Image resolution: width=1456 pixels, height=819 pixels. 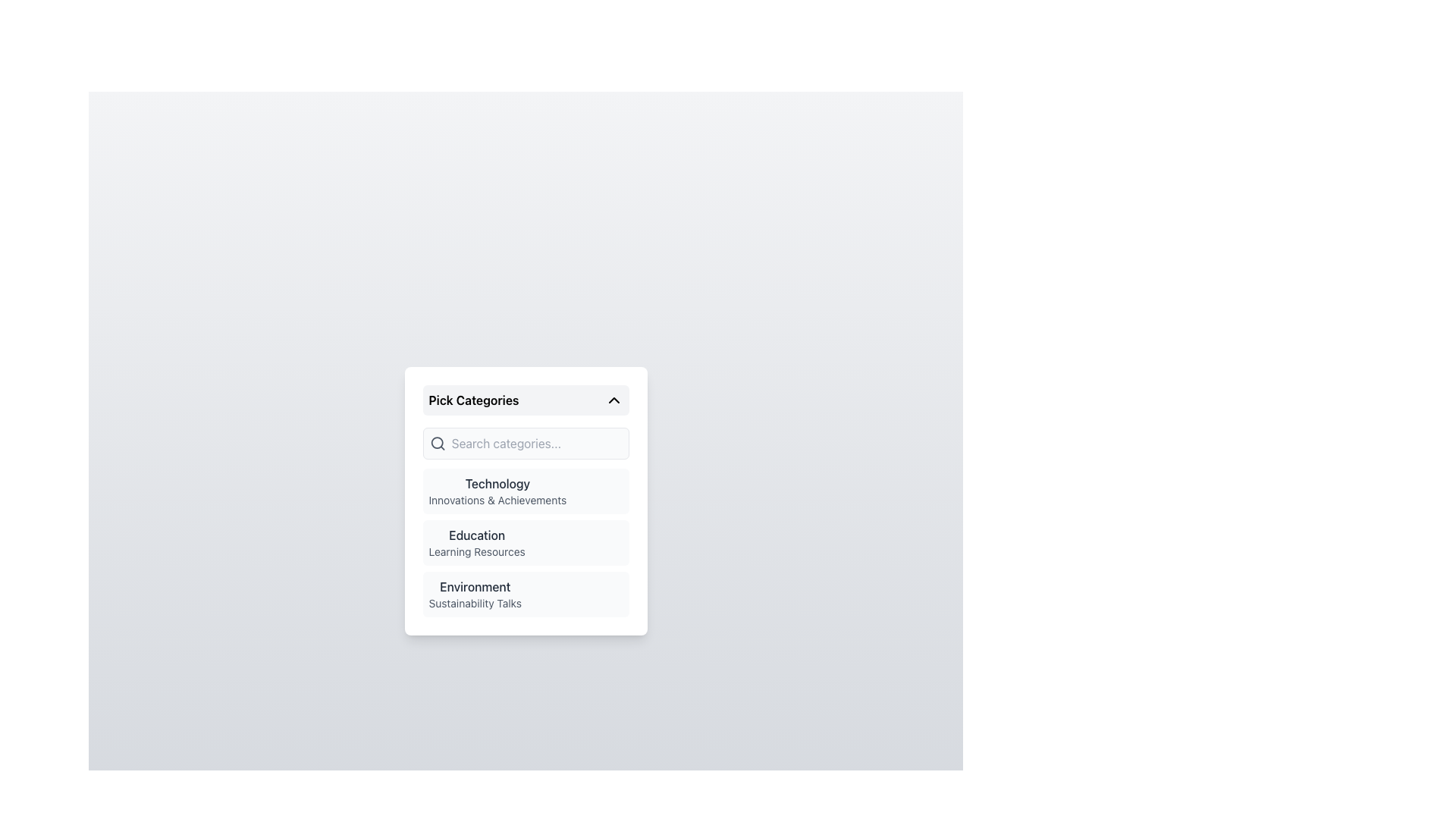 What do you see at coordinates (474, 593) in the screenshot?
I see `the 'Environment' text label with the subtitle 'Sustainability Talks'` at bounding box center [474, 593].